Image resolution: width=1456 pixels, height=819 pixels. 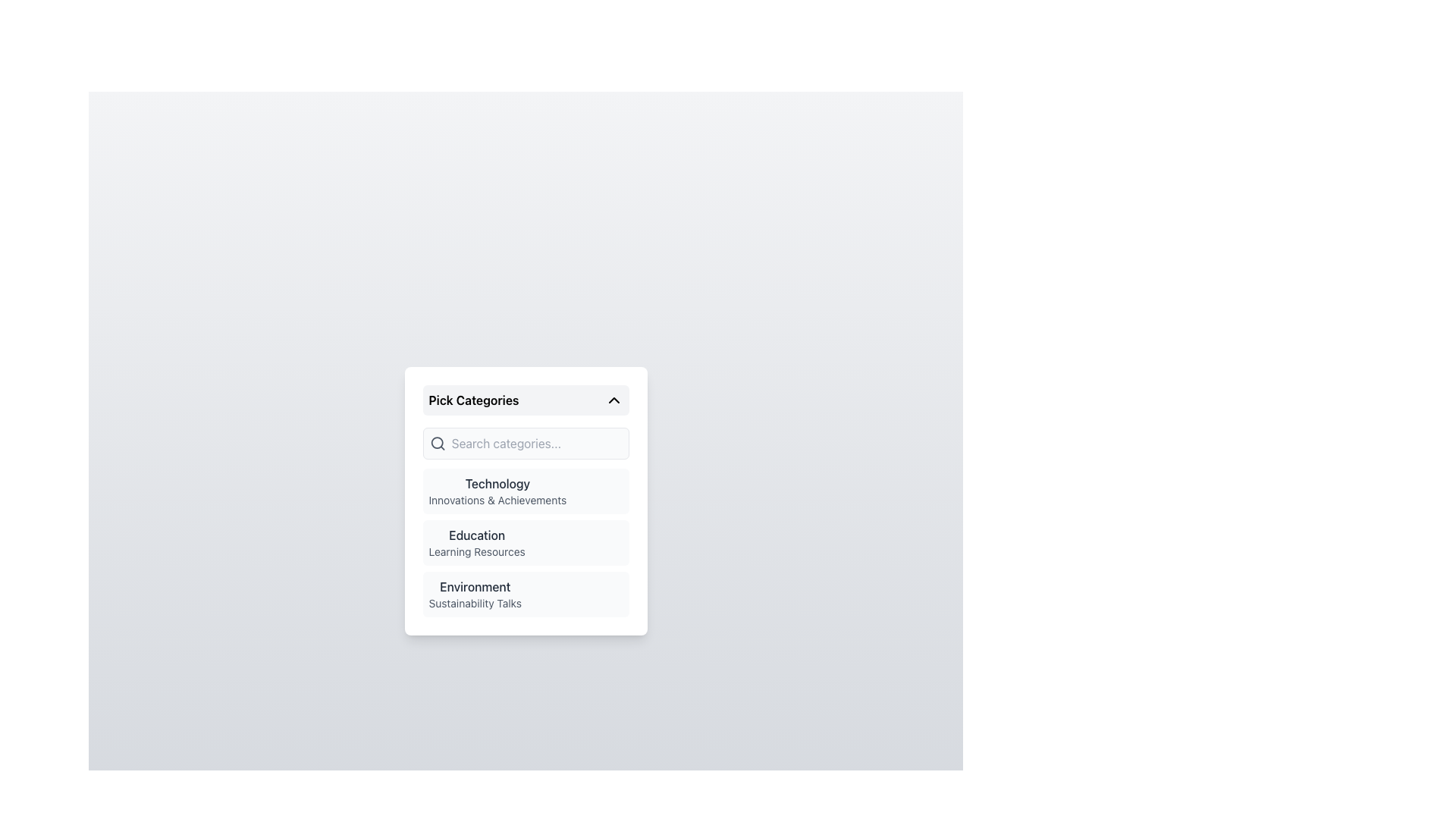 What do you see at coordinates (474, 593) in the screenshot?
I see `the 'Environment' text label with the subtitle 'Sustainability Talks'` at bounding box center [474, 593].